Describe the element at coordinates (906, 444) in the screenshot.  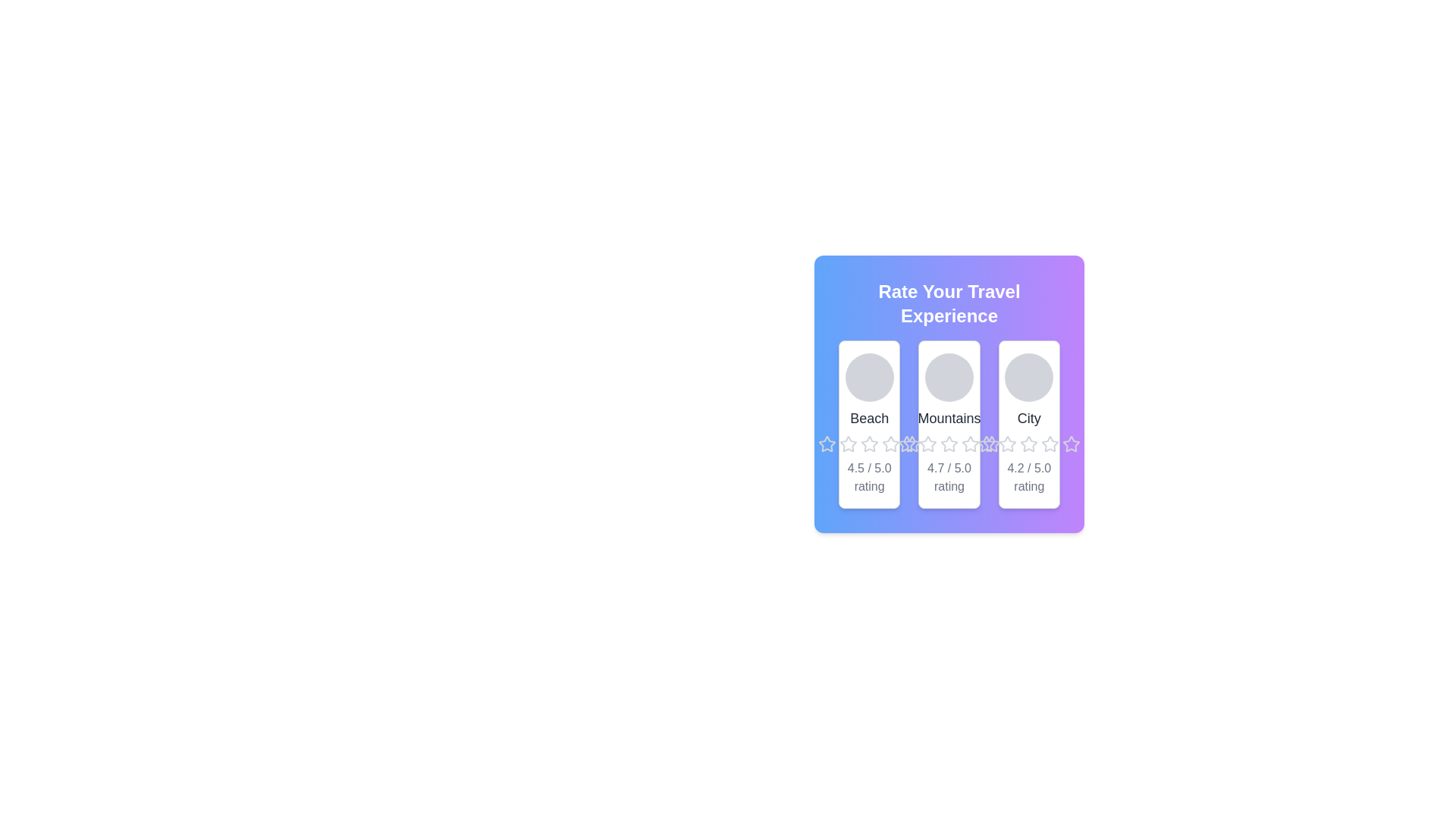
I see `the second star in the interactive rating star icon array below the 'Mountains' card` at that location.